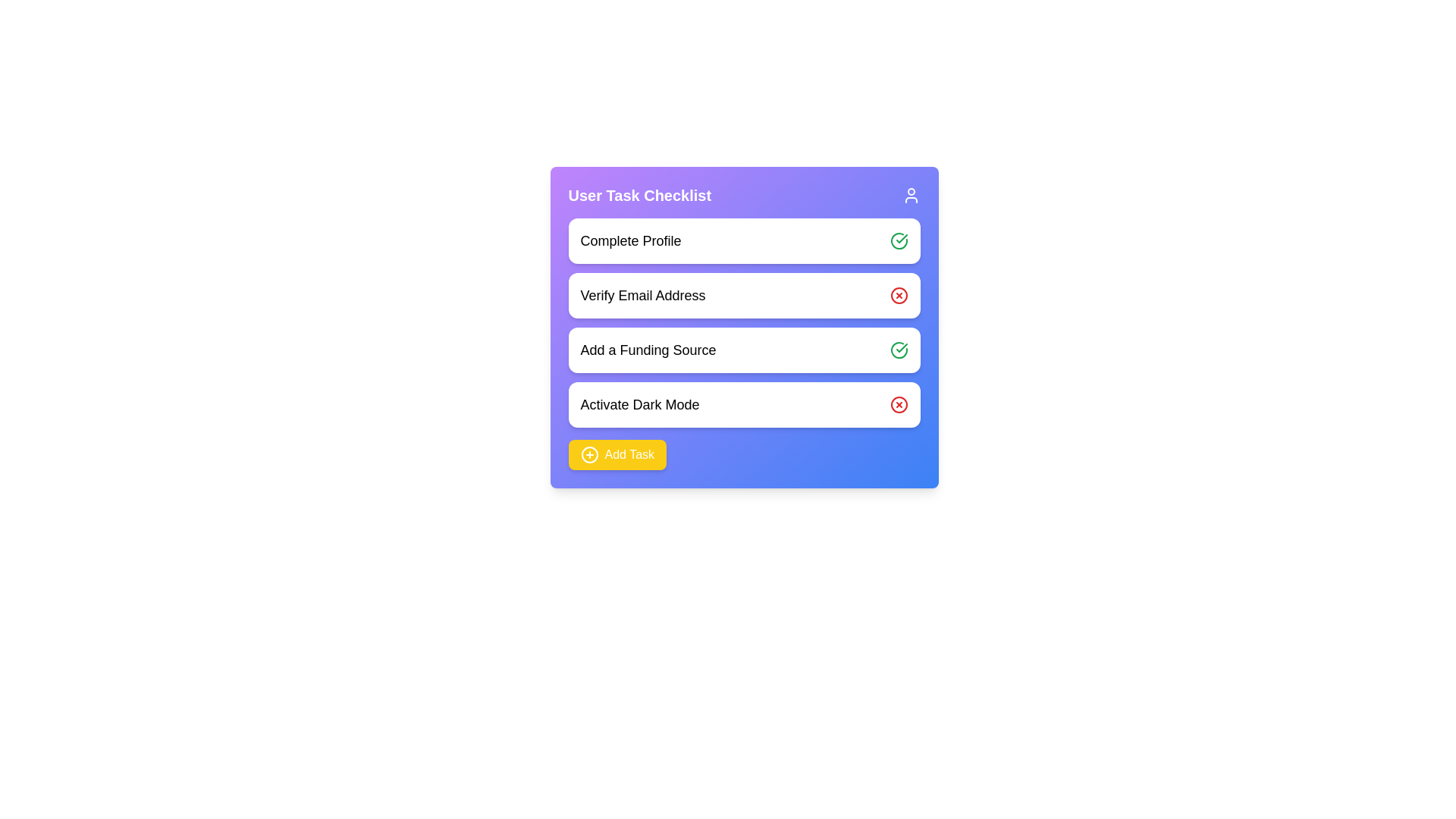 The image size is (1456, 819). I want to click on the 'Add Task' button, which is a yellow rectangular button with rounded corners containing the text 'Add Task' in bold sans-serif font, located at the bottom-left corner of the checklist interface, so click(629, 454).